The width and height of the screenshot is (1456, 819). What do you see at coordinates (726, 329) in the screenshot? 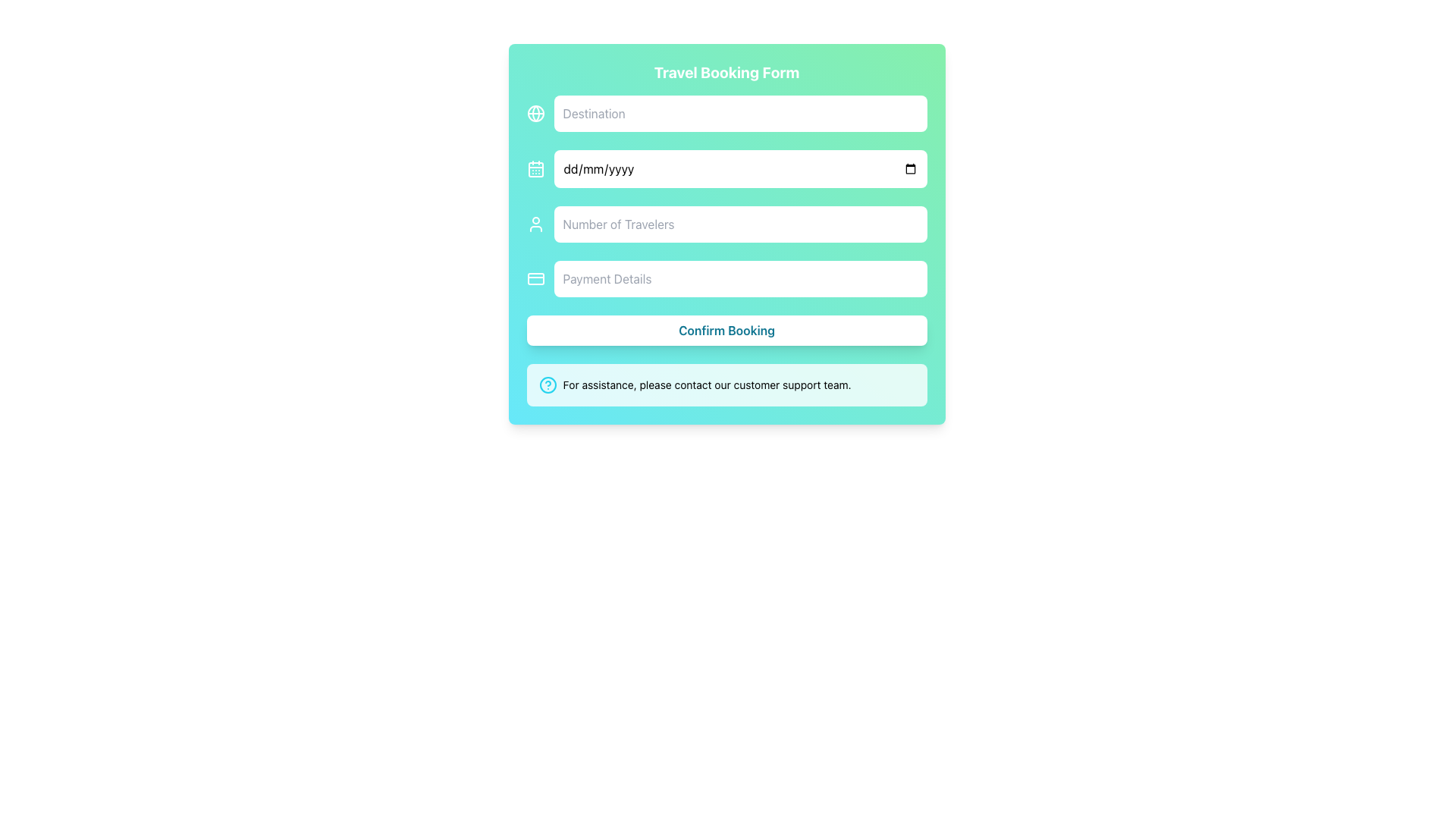
I see `the 'Submit' button located at the bottom of the 'Travel Booking Form' to confirm the booking` at bounding box center [726, 329].